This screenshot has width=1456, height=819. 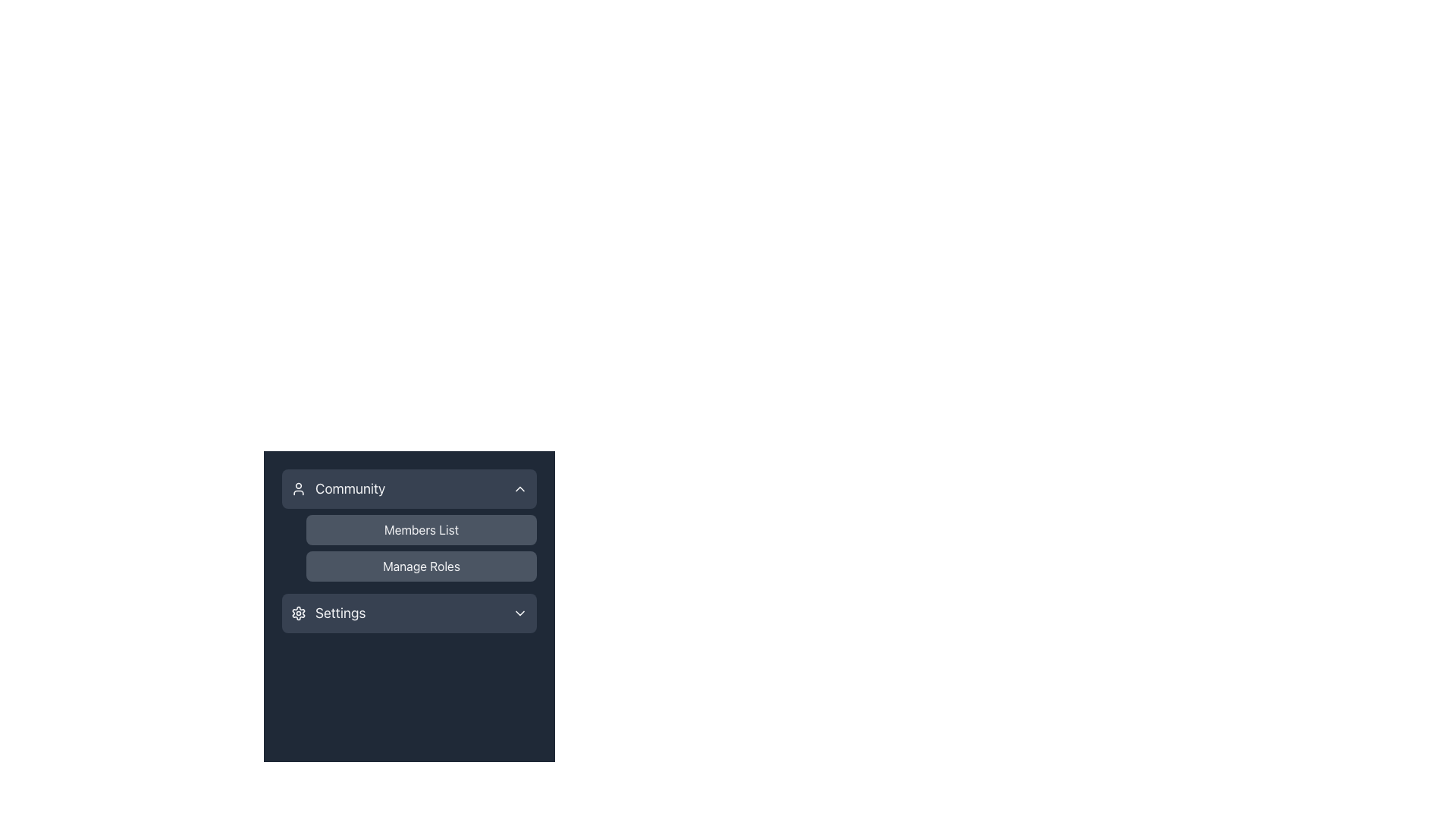 What do you see at coordinates (422, 566) in the screenshot?
I see `the navigation button for managing roles located under the 'Community' header, specifically the second row option beneath 'Members List'` at bounding box center [422, 566].